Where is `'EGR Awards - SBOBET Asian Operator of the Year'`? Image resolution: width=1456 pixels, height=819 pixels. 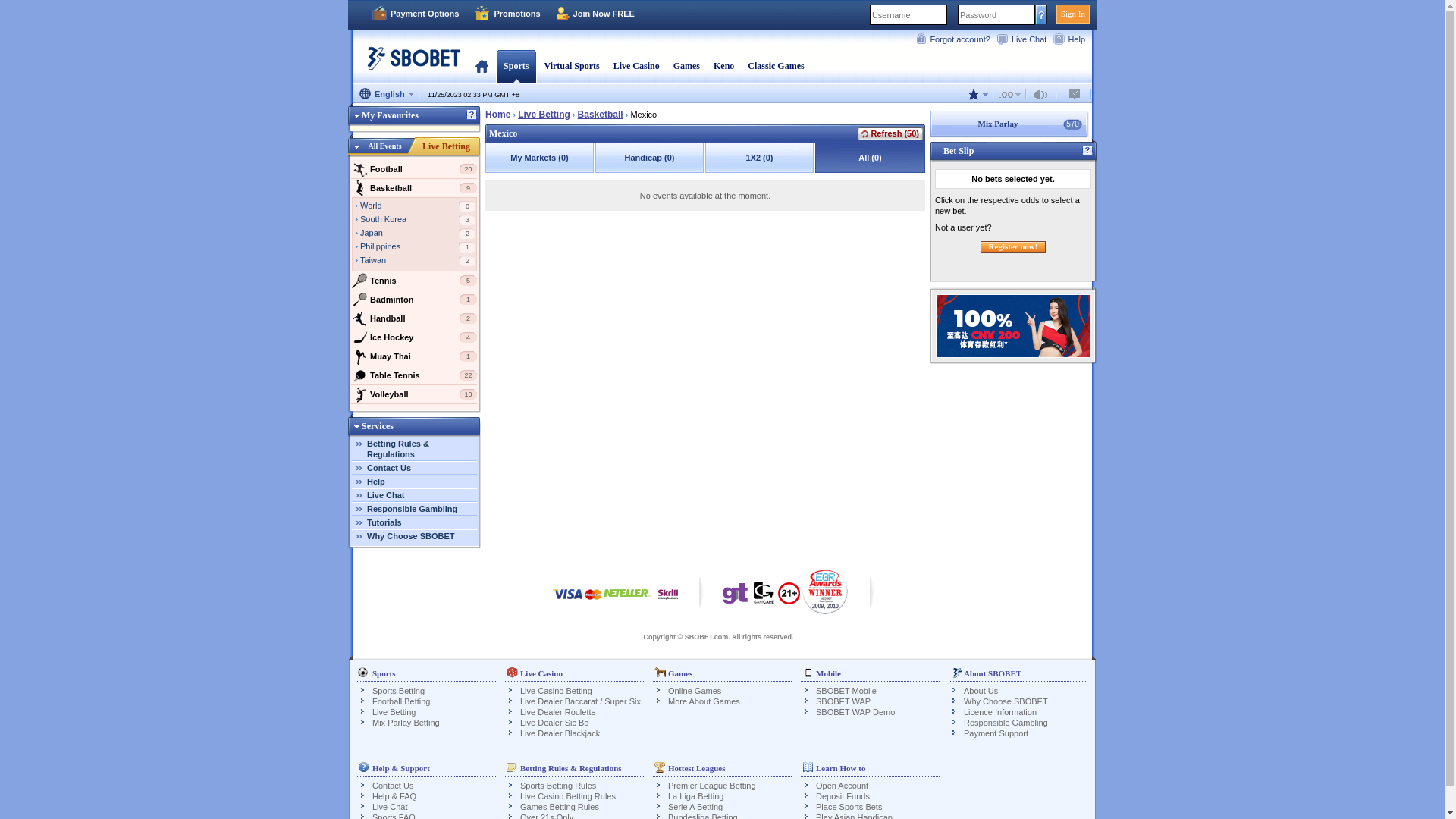
'EGR Awards - SBOBET Asian Operator of the Year' is located at coordinates (824, 590).